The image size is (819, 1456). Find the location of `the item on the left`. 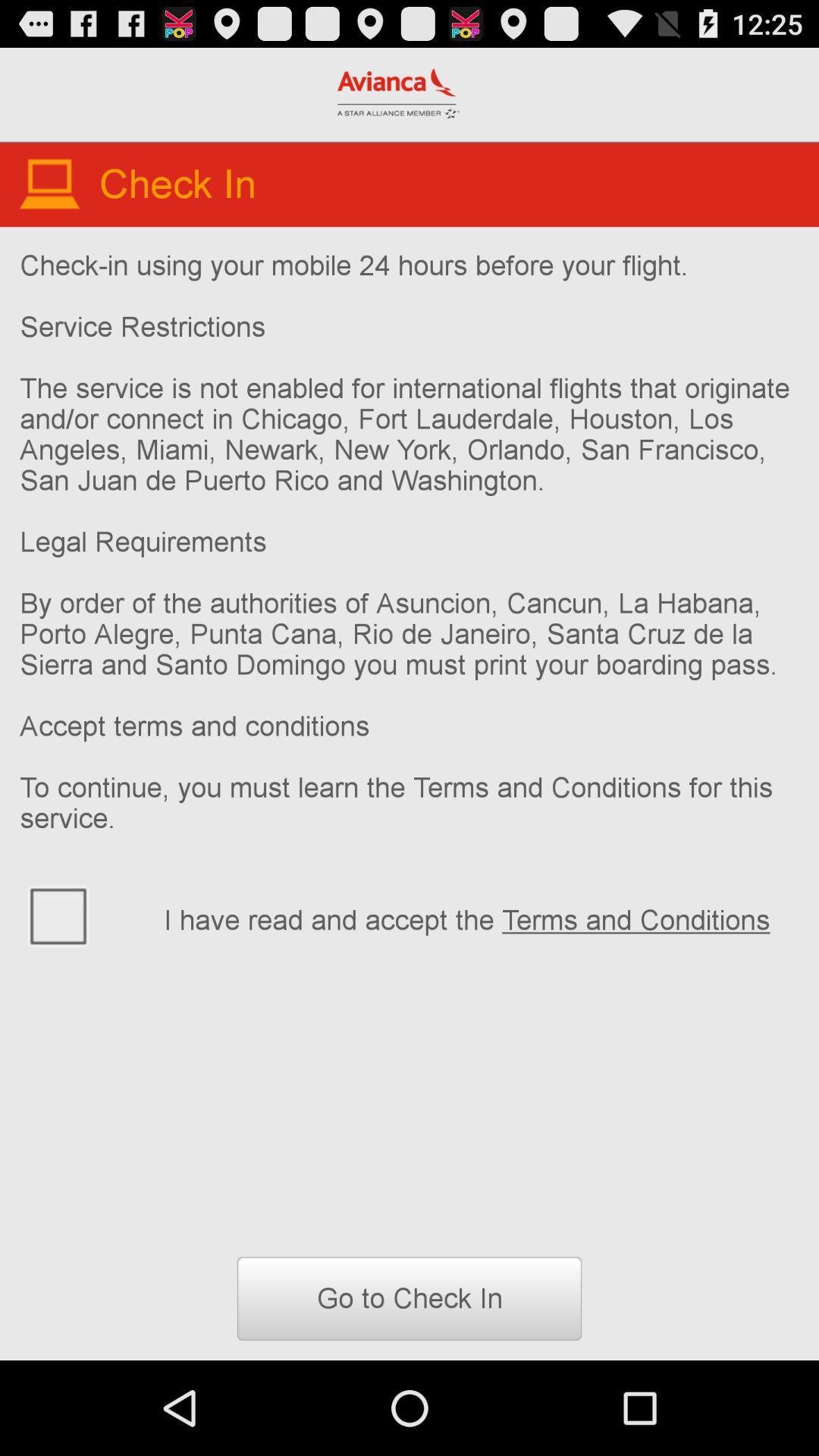

the item on the left is located at coordinates (82, 914).